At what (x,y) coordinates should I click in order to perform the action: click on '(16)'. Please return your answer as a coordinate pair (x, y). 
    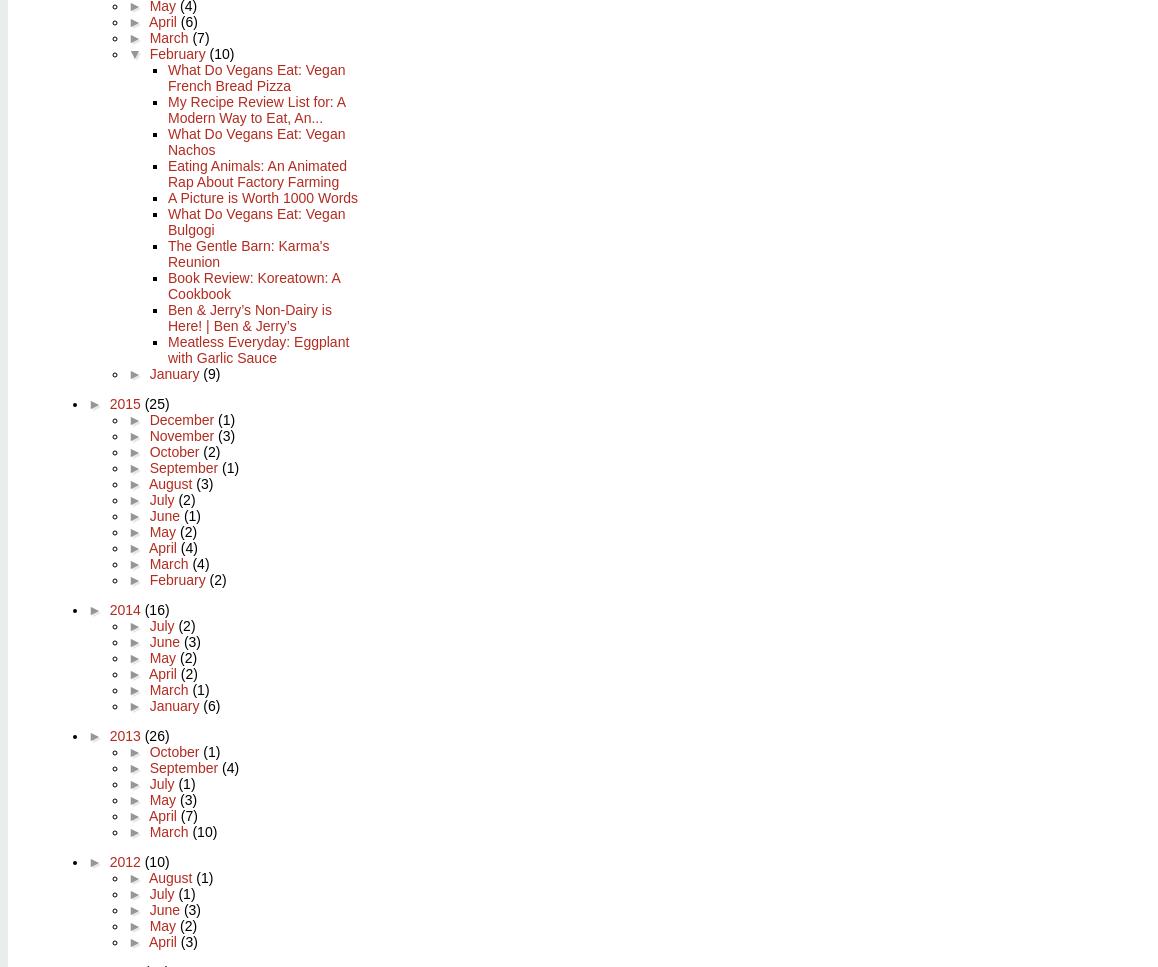
    Looking at the image, I should click on (155, 609).